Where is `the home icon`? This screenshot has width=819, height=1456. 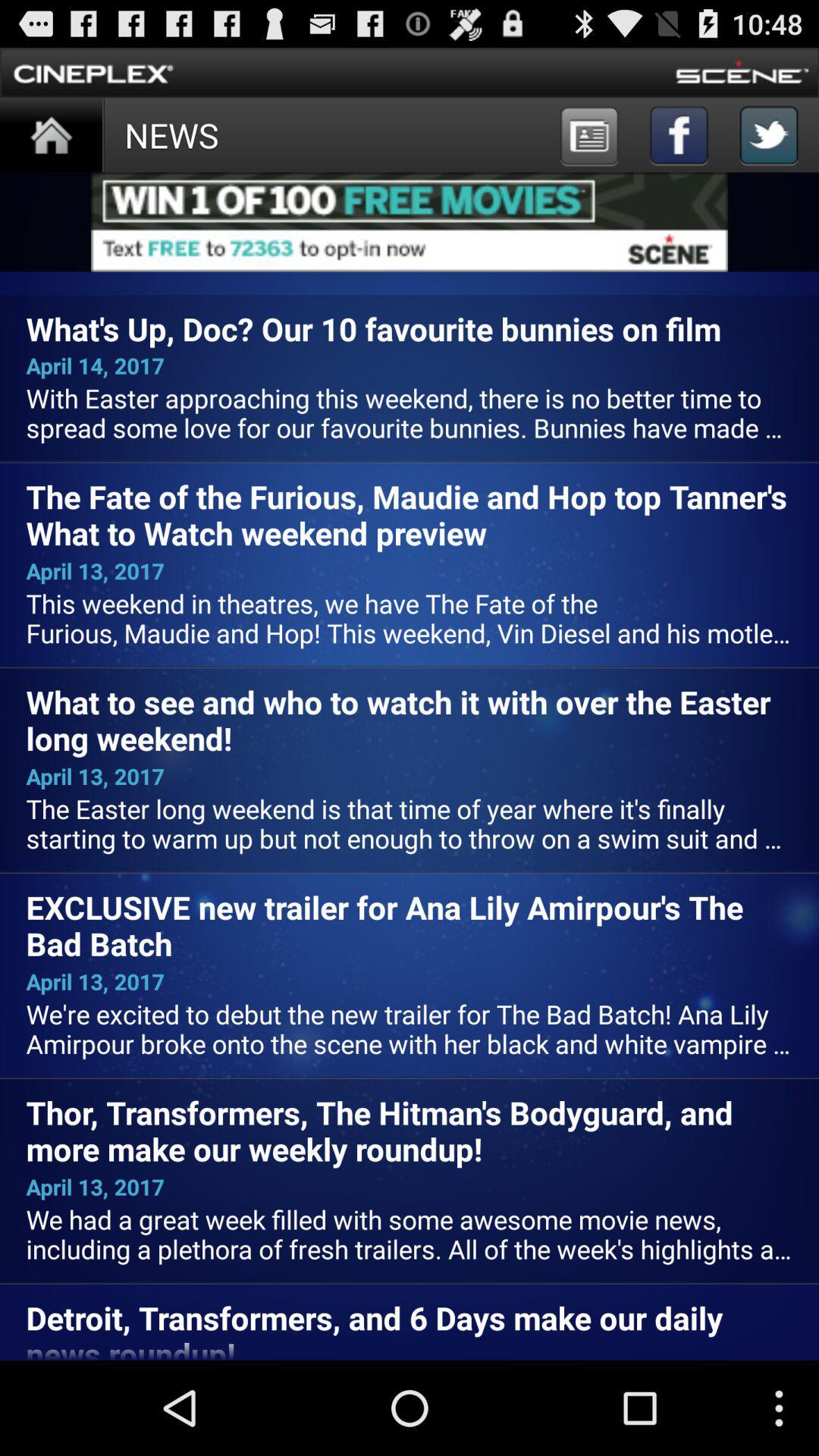
the home icon is located at coordinates (50, 144).